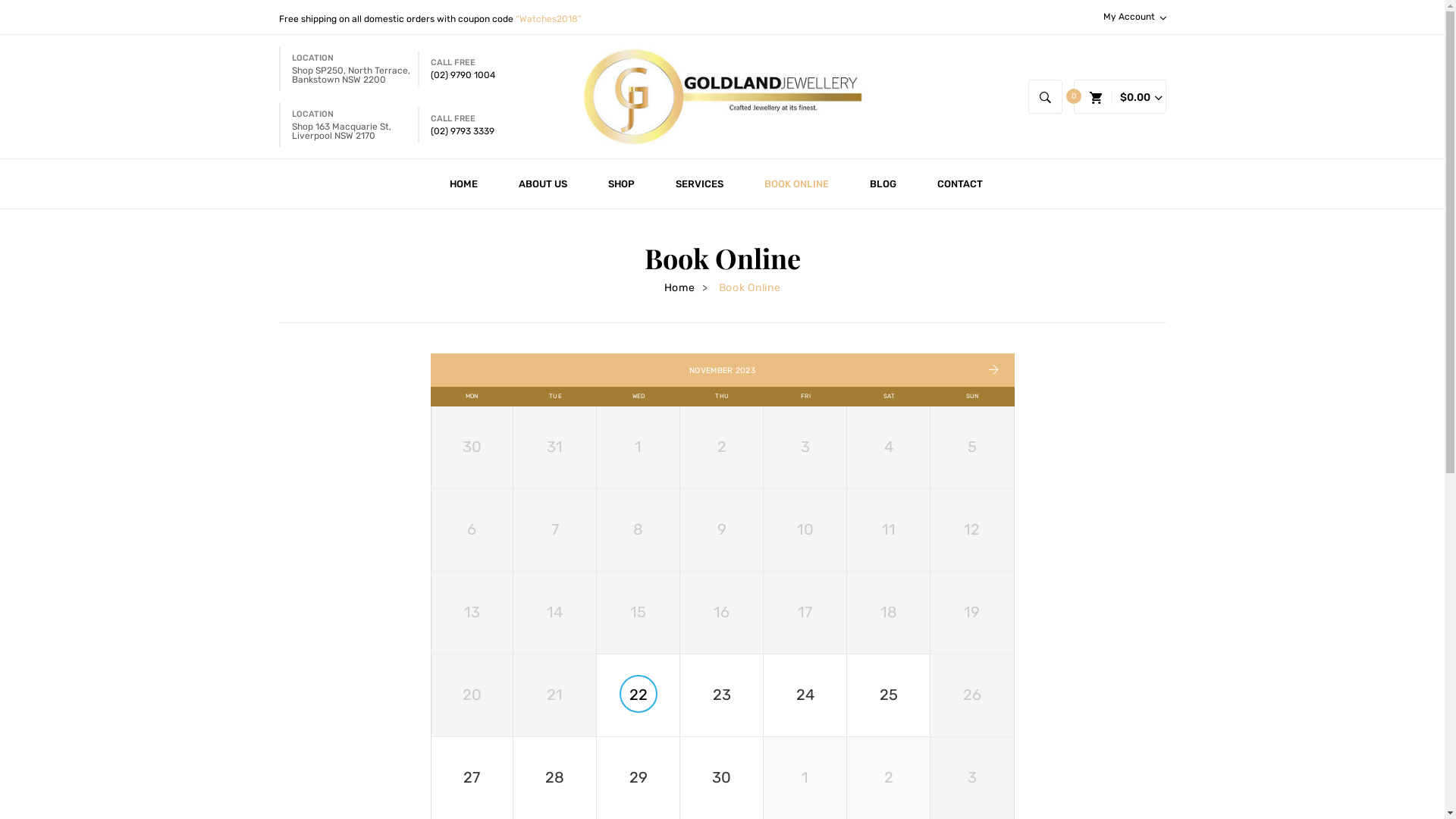 The width and height of the screenshot is (1456, 819). Describe the element at coordinates (883, 183) in the screenshot. I see `'BLOG'` at that location.